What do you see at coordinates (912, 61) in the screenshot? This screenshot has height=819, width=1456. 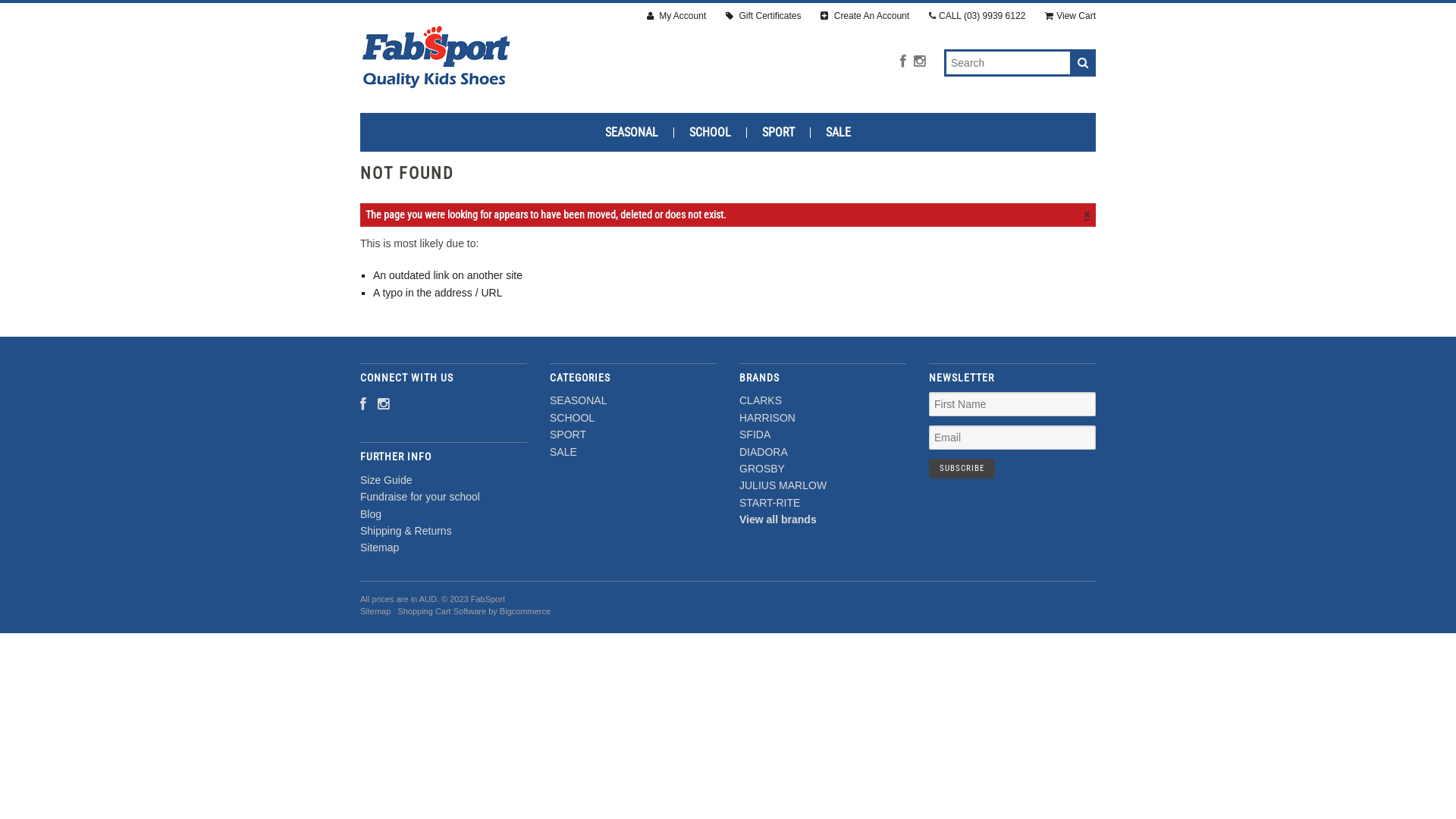 I see `'Instagram'` at bounding box center [912, 61].